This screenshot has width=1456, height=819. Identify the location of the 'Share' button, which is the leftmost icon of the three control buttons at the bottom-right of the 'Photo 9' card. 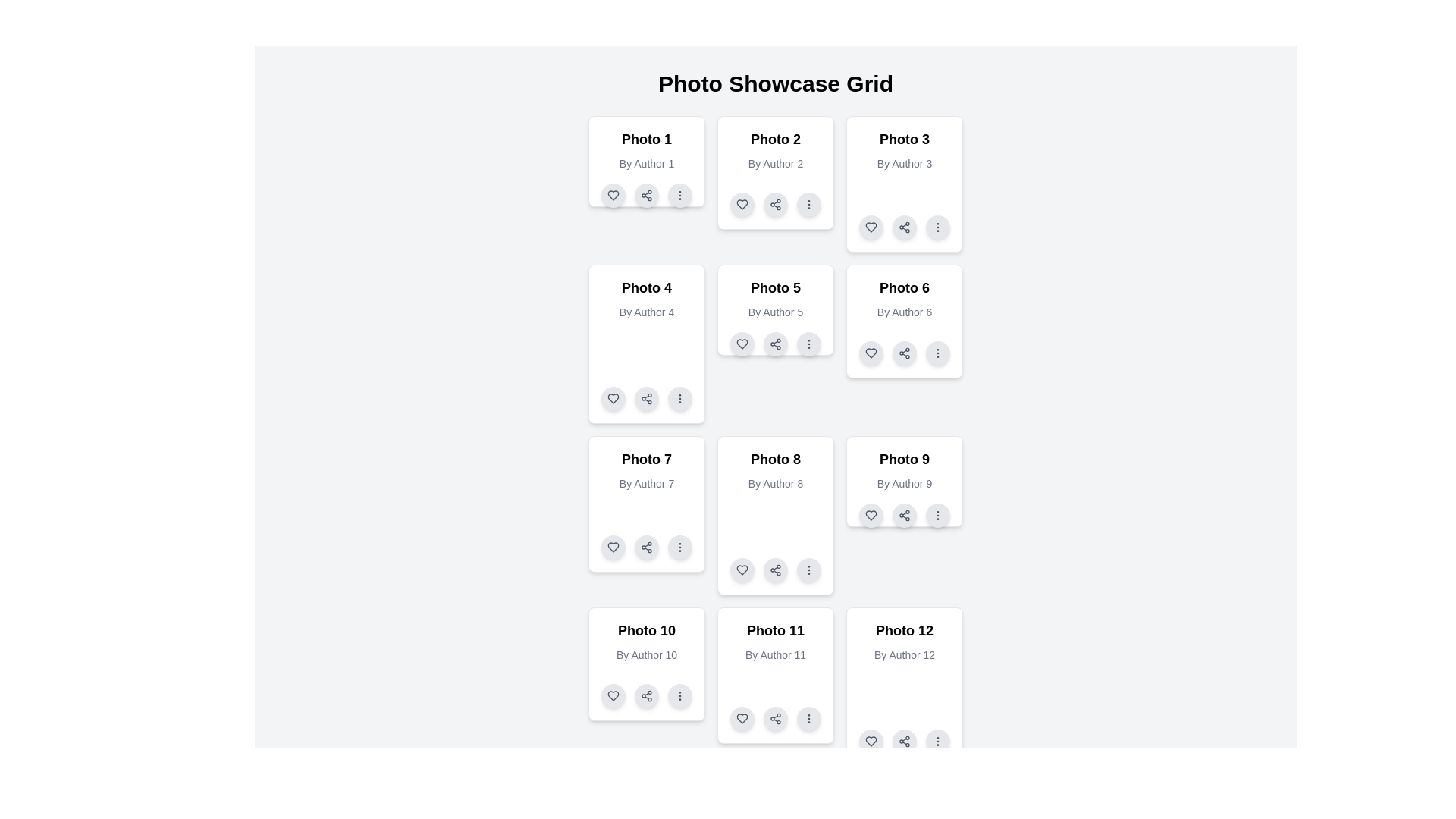
(905, 514).